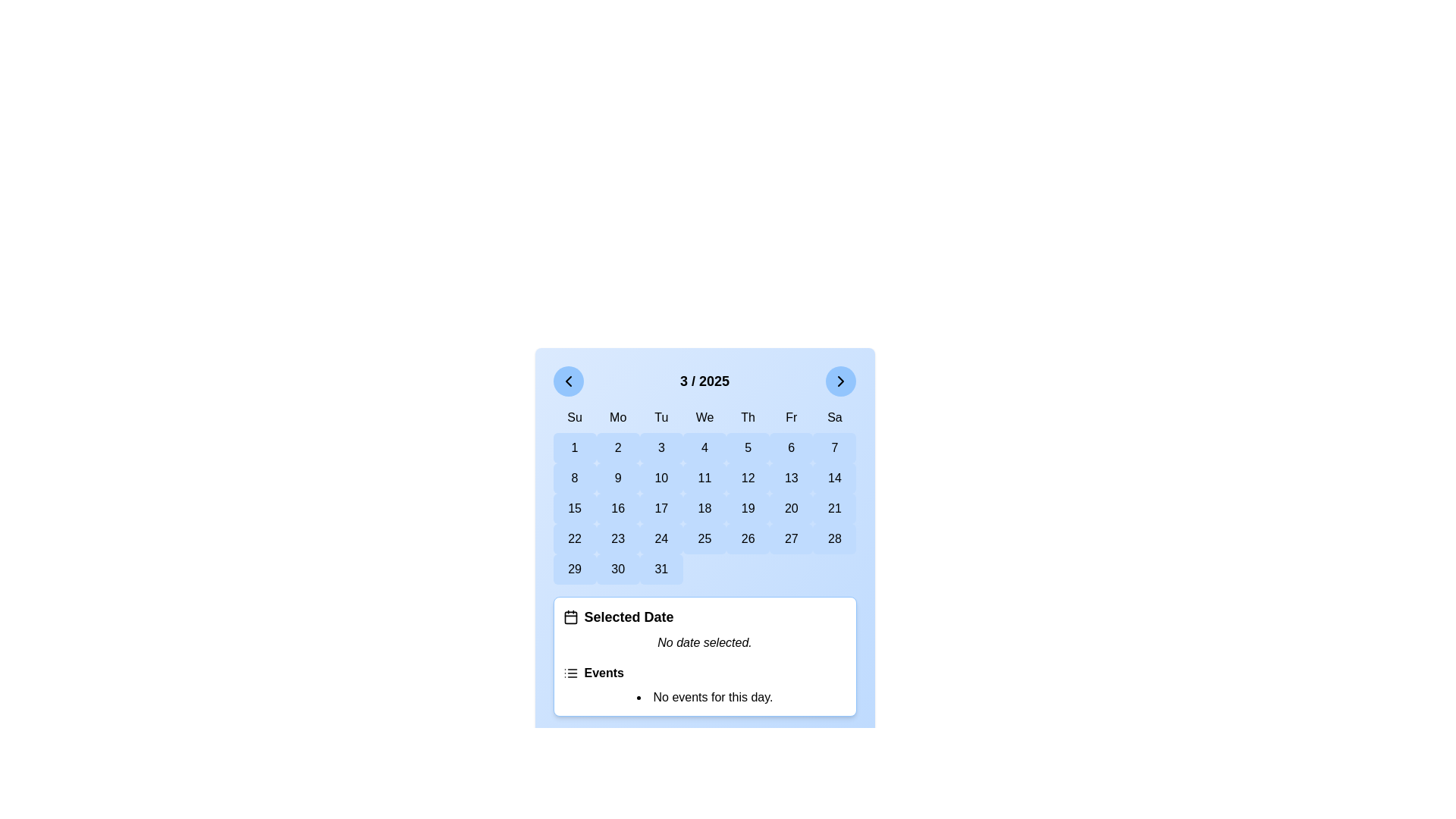  Describe the element at coordinates (618, 418) in the screenshot. I see `the static text label indicating 'Monday', which is the second header in the row of days in the calendar grid, positioned between 'Su' and 'Tu'` at that location.